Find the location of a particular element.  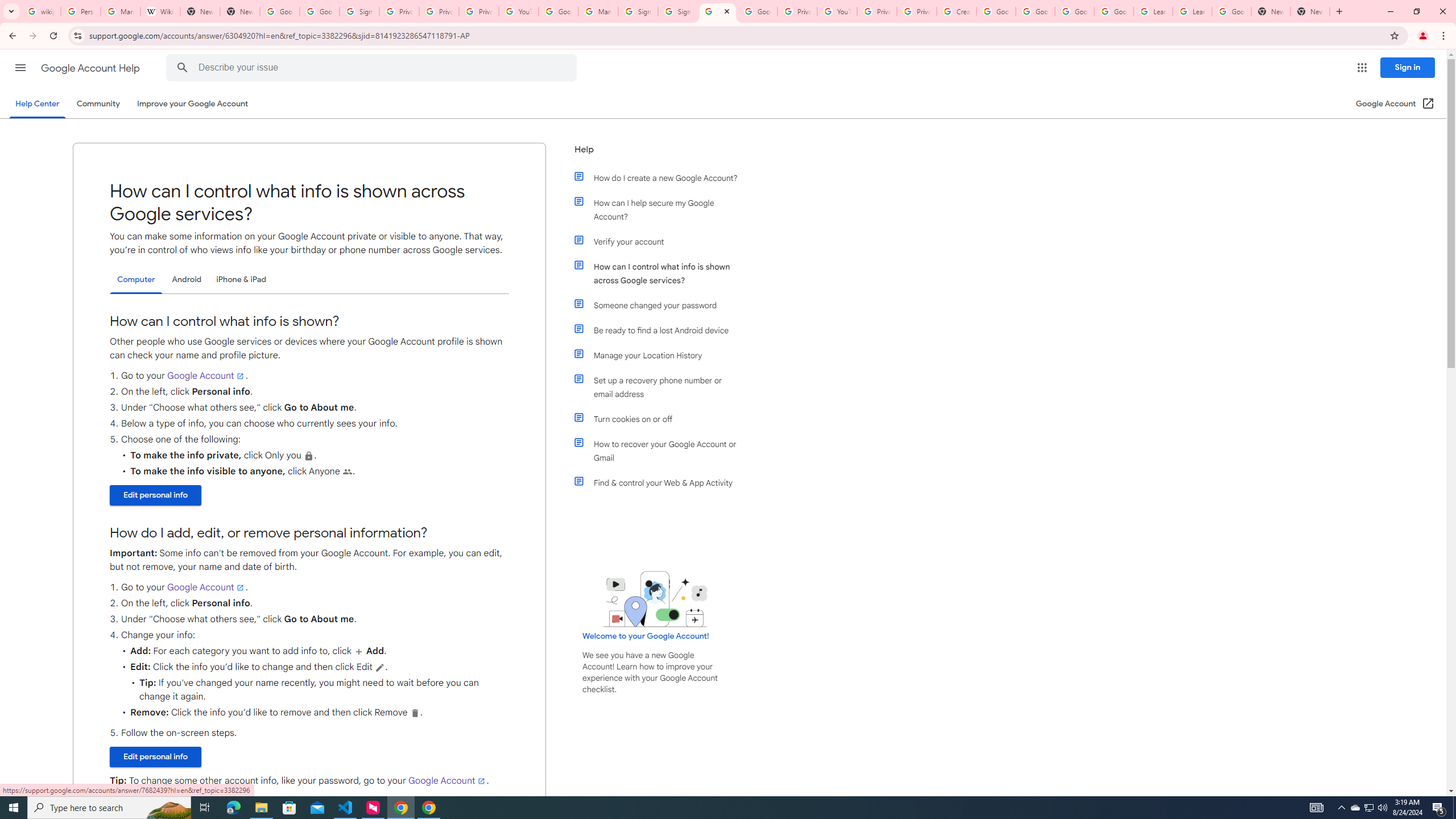

'Wikipedia:Edit requests - Wikipedia' is located at coordinates (160, 11).